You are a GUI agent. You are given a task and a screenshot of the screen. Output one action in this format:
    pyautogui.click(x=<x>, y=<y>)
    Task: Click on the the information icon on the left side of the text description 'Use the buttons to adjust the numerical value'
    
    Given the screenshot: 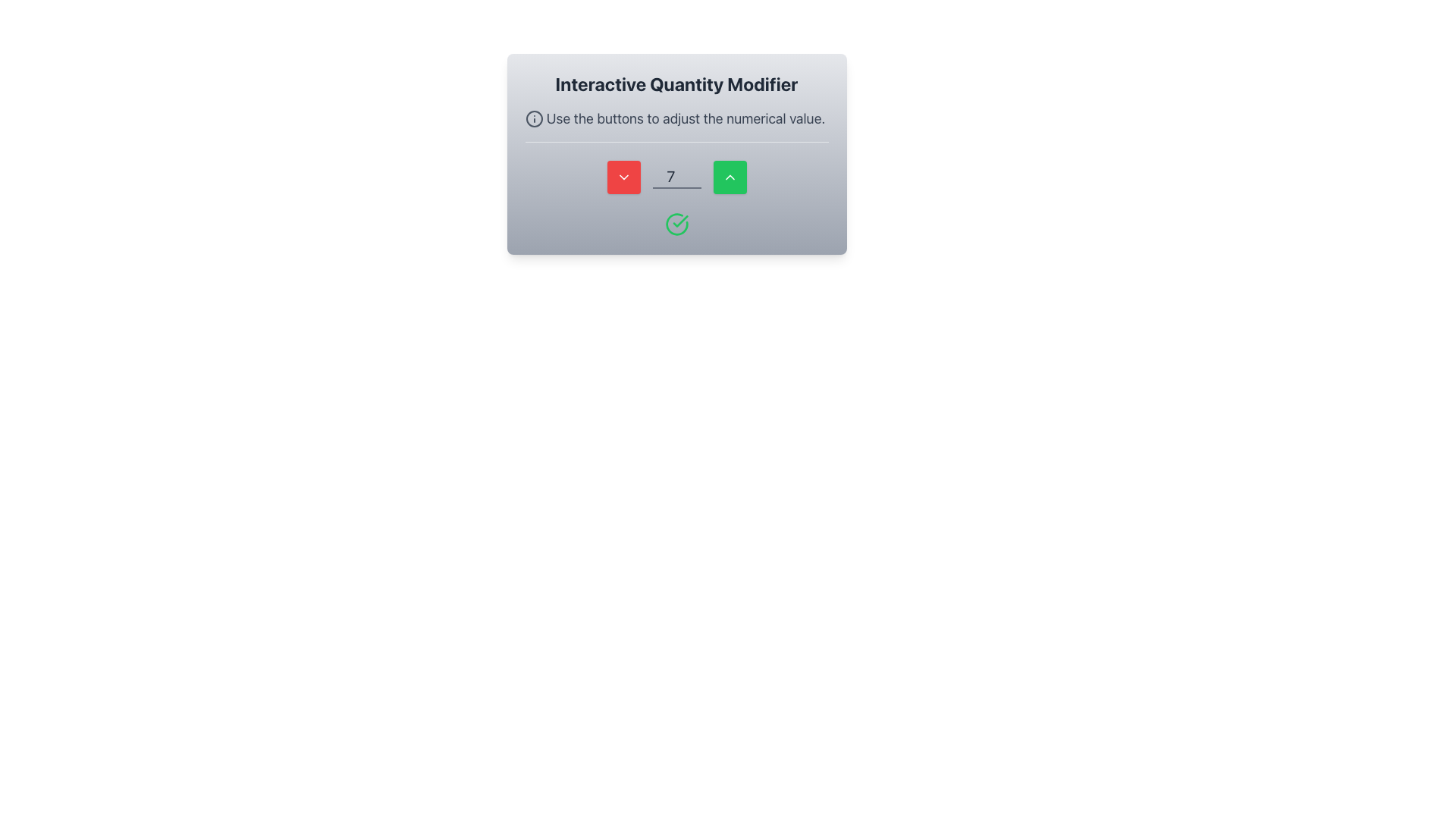 What is the action you would take?
    pyautogui.click(x=534, y=118)
    